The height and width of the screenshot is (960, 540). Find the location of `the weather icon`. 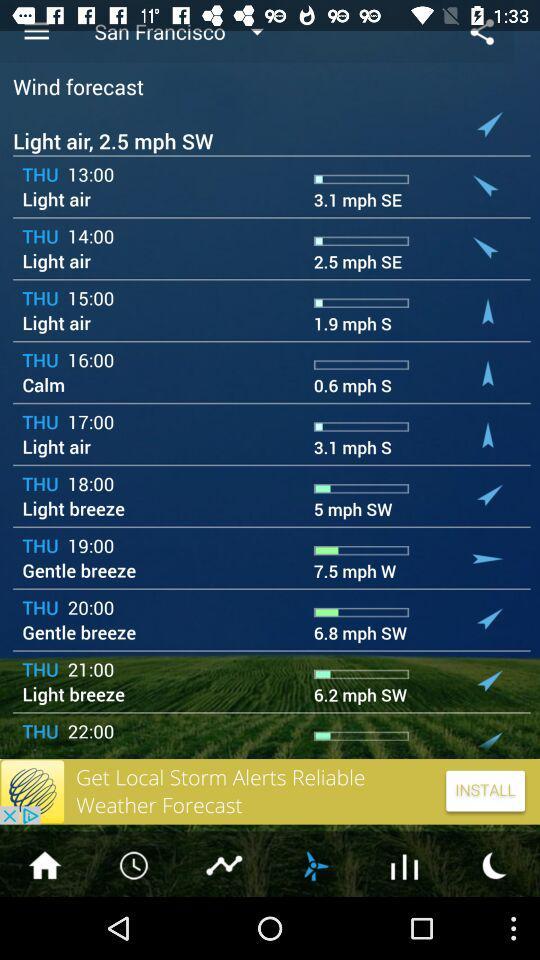

the weather icon is located at coordinates (494, 925).